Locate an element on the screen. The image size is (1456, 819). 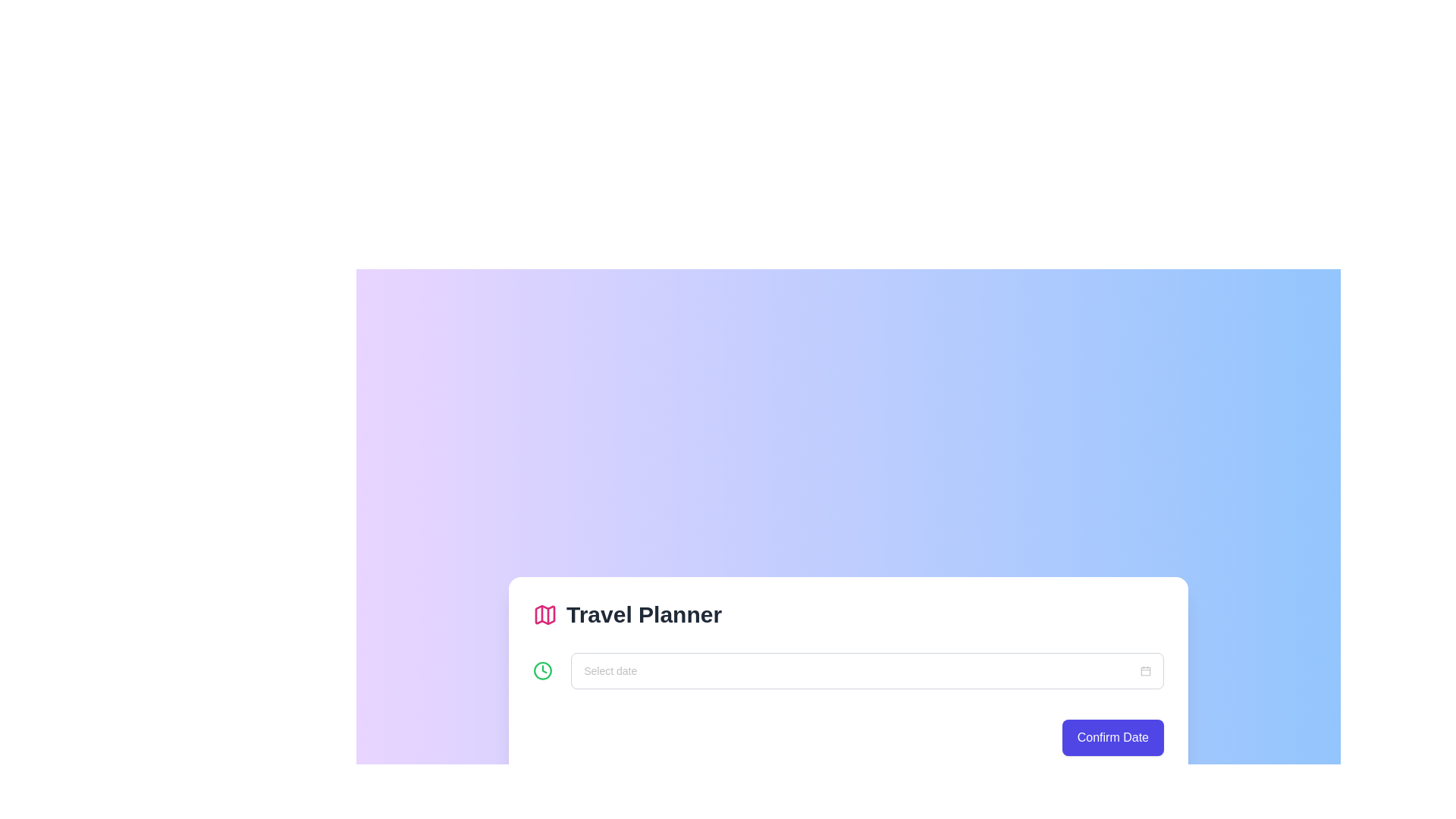
the Date picker input in the Travel Planner interface is located at coordinates (868, 670).